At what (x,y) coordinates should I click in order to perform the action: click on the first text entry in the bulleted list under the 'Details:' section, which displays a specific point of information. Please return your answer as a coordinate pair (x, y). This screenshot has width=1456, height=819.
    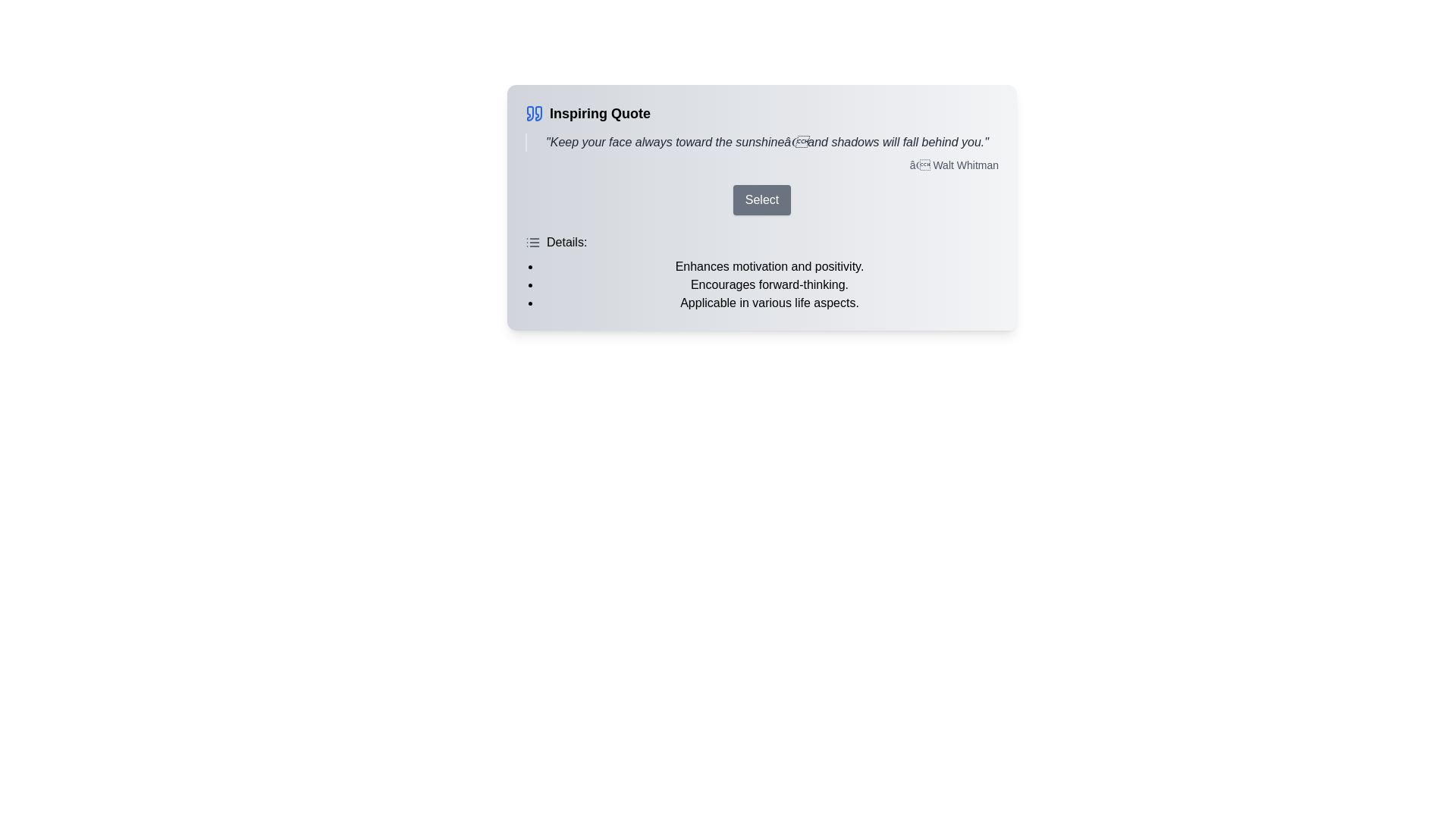
    Looking at the image, I should click on (769, 265).